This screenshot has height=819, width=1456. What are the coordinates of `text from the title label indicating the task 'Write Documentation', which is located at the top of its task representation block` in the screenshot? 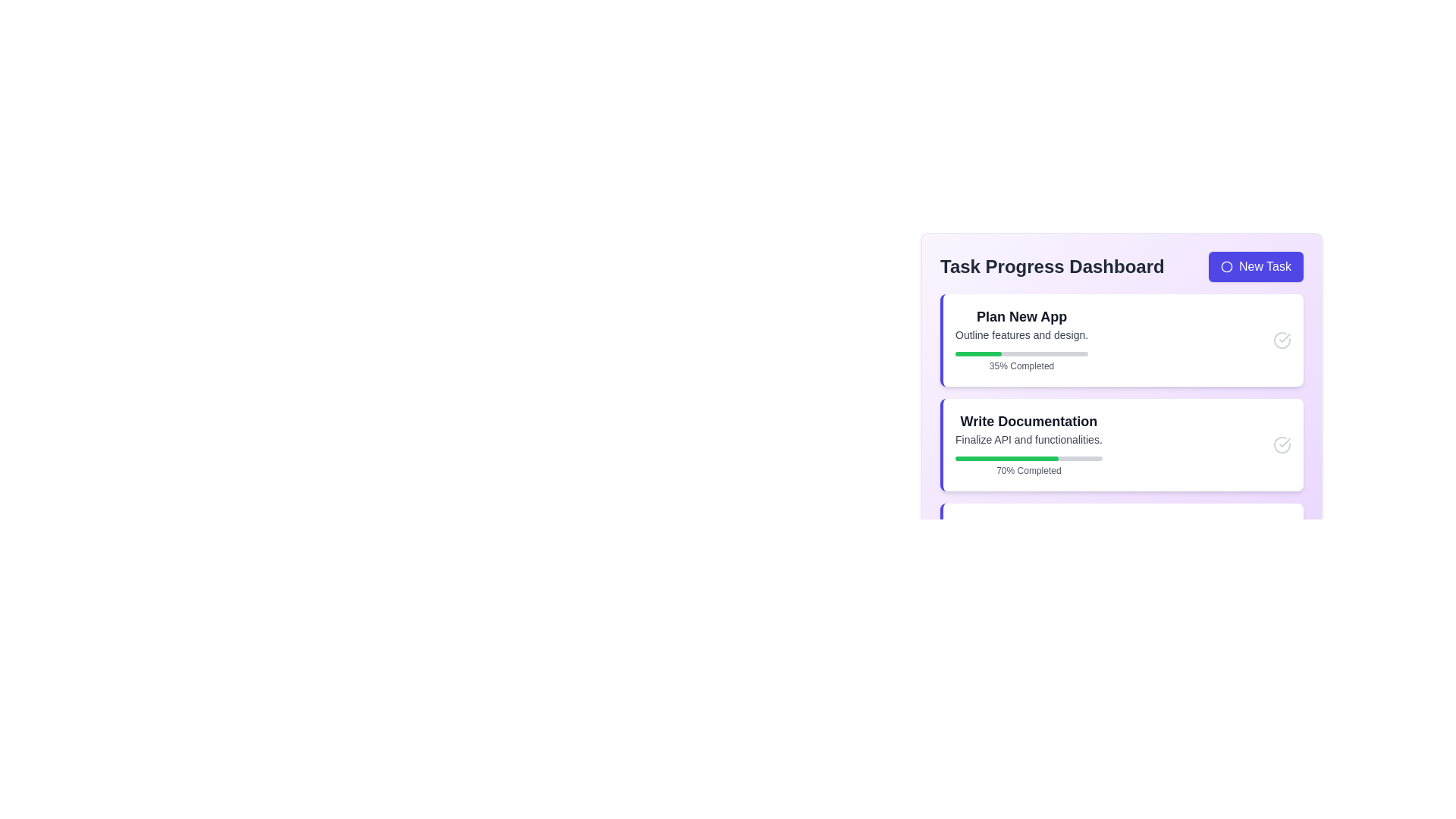 It's located at (1028, 421).